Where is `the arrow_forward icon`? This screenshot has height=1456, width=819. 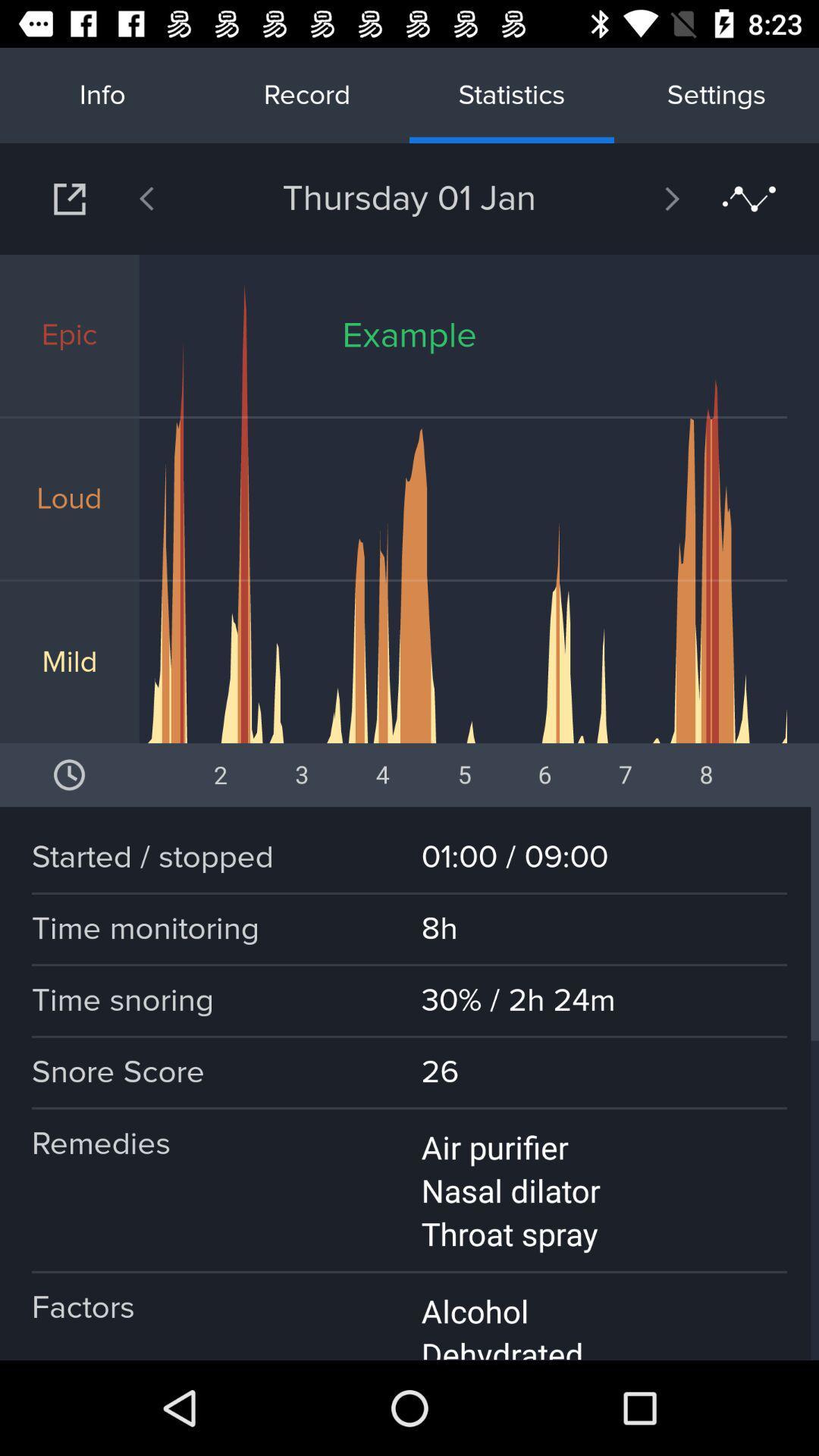 the arrow_forward icon is located at coordinates (632, 198).